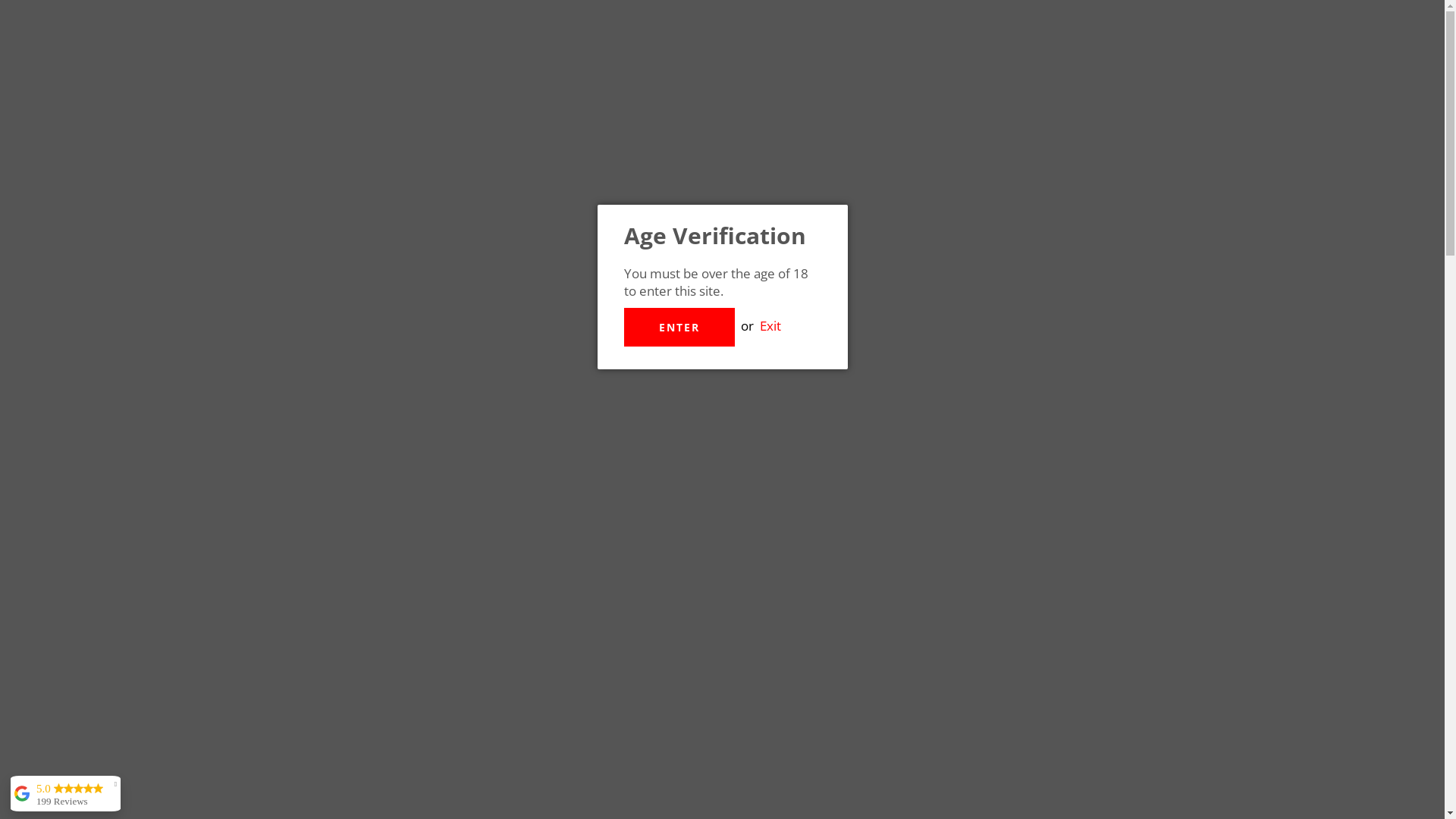 The image size is (1456, 819). Describe the element at coordinates (770, 325) in the screenshot. I see `'Exit'` at that location.